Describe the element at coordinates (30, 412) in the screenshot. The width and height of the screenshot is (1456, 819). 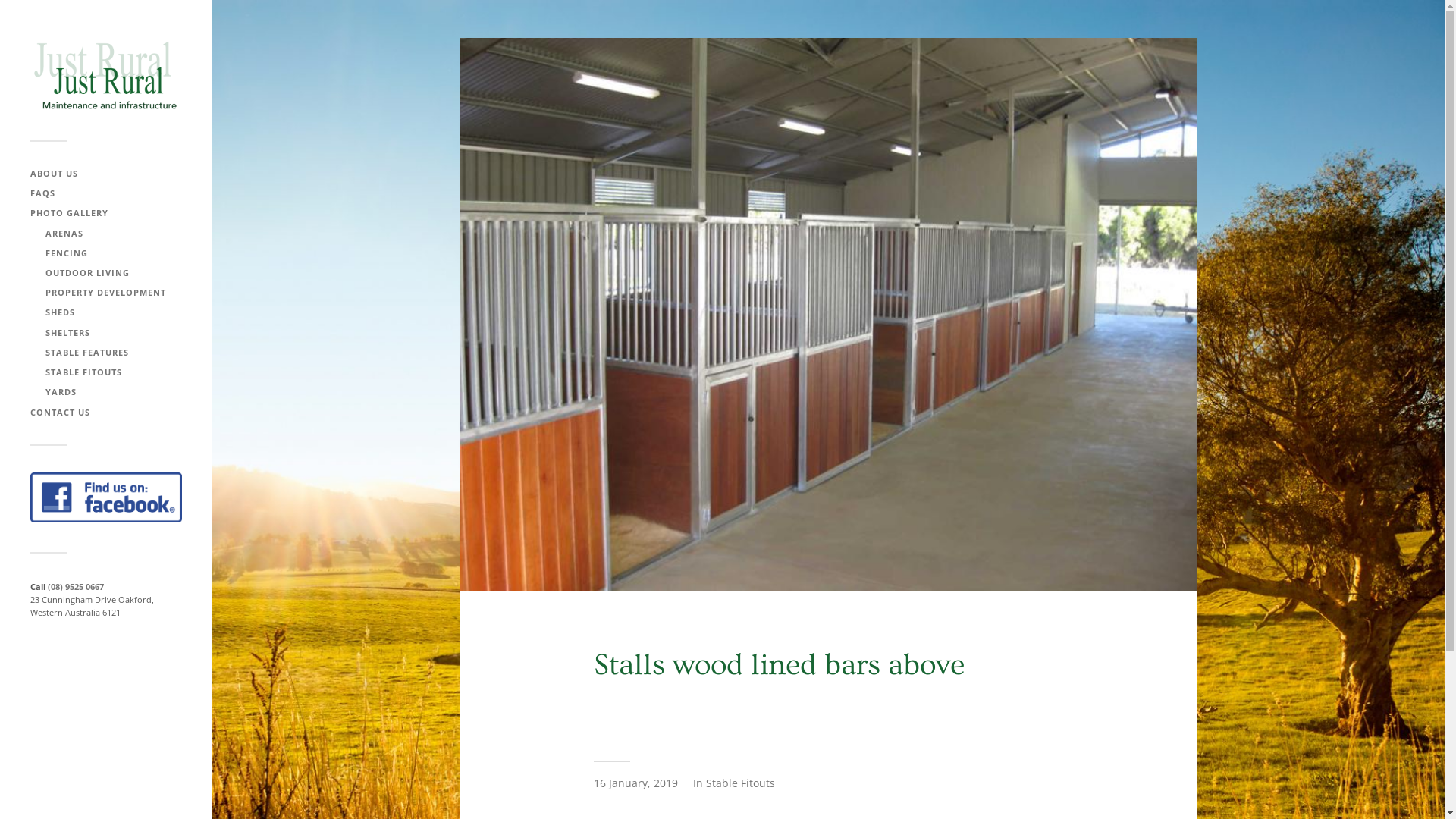
I see `'CONTACT US'` at that location.